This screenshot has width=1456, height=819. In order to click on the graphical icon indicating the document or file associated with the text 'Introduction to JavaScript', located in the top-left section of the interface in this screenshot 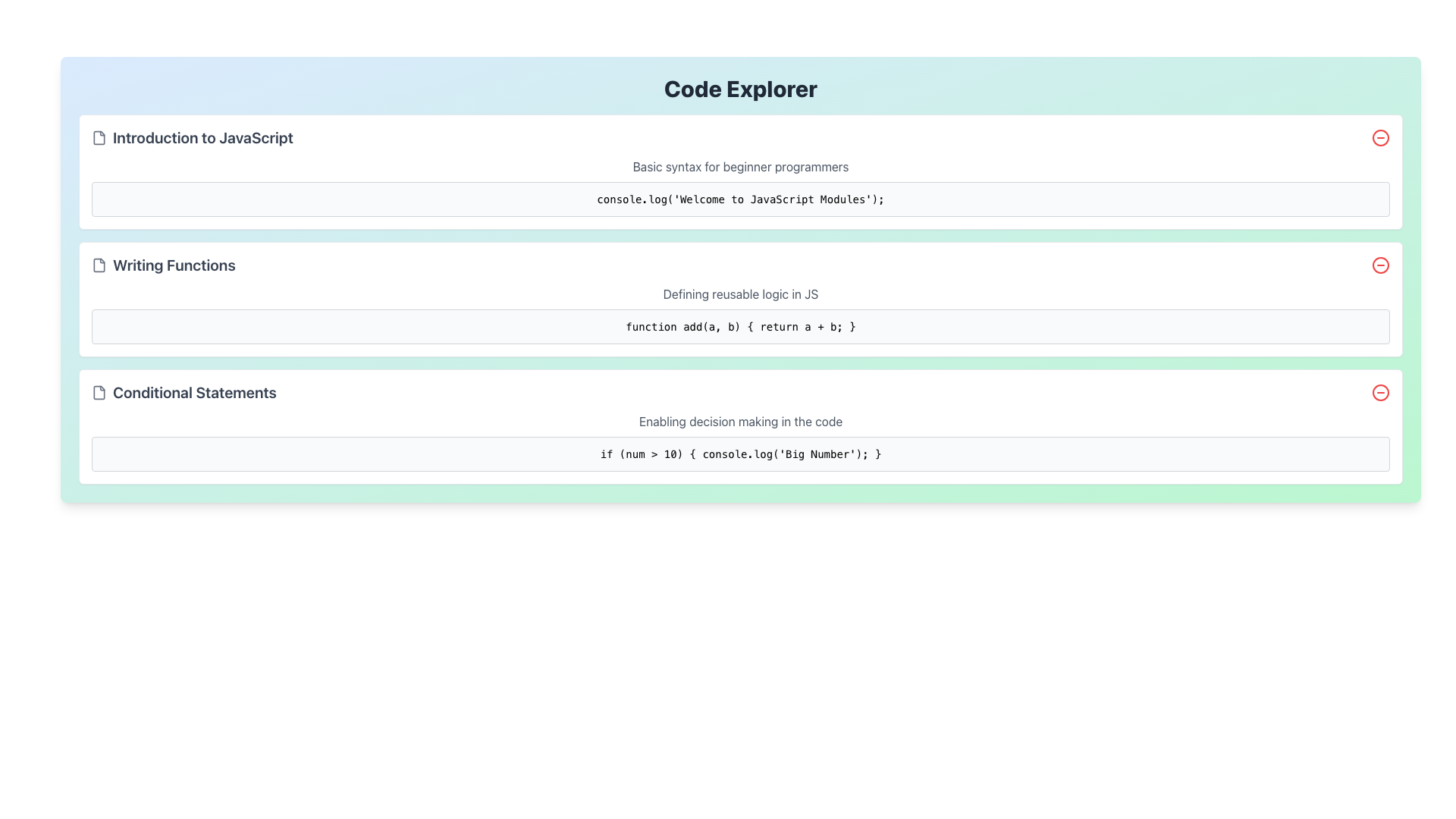, I will do `click(98, 137)`.